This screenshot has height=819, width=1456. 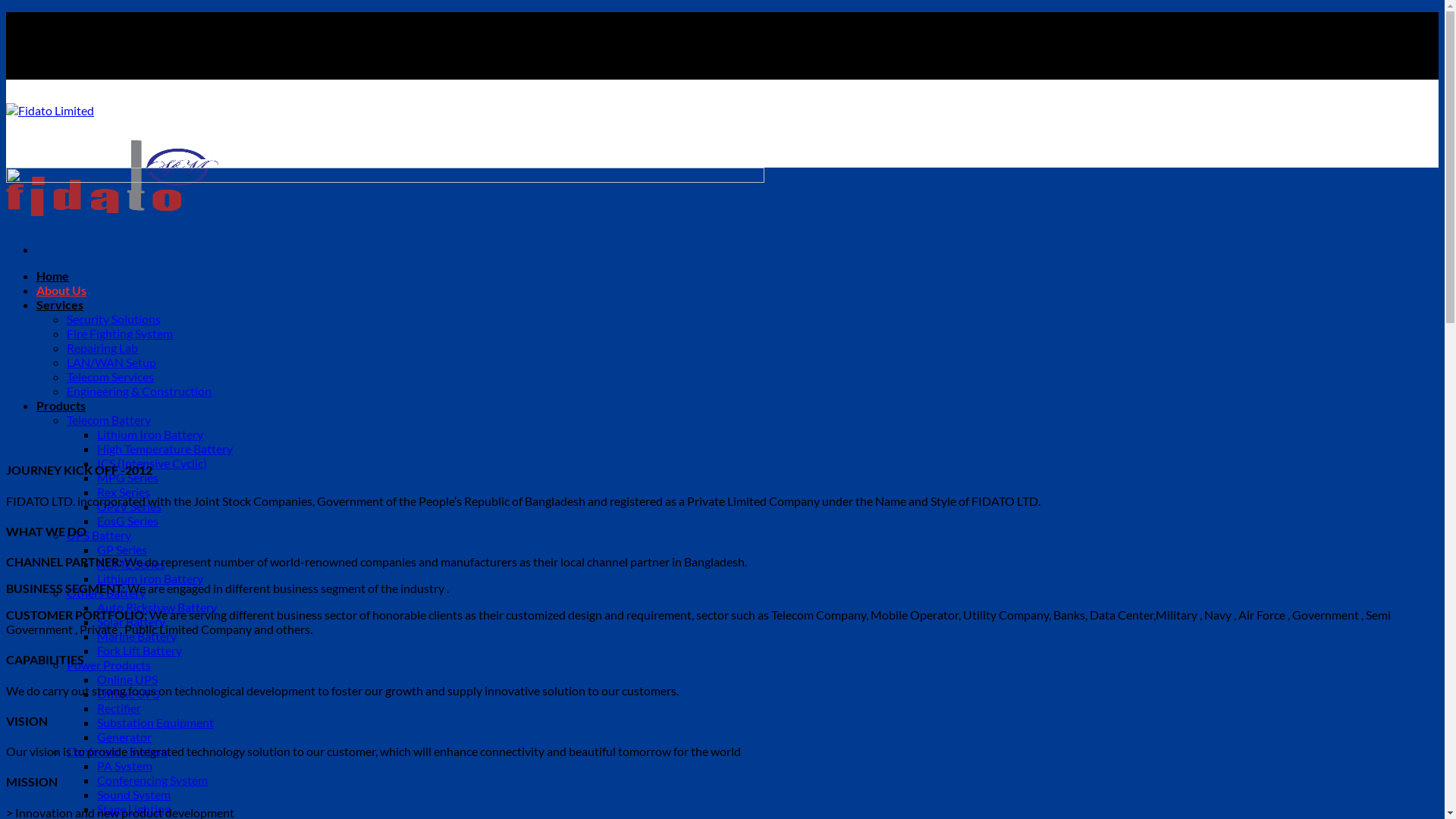 What do you see at coordinates (65, 375) in the screenshot?
I see `'Telecom Services'` at bounding box center [65, 375].